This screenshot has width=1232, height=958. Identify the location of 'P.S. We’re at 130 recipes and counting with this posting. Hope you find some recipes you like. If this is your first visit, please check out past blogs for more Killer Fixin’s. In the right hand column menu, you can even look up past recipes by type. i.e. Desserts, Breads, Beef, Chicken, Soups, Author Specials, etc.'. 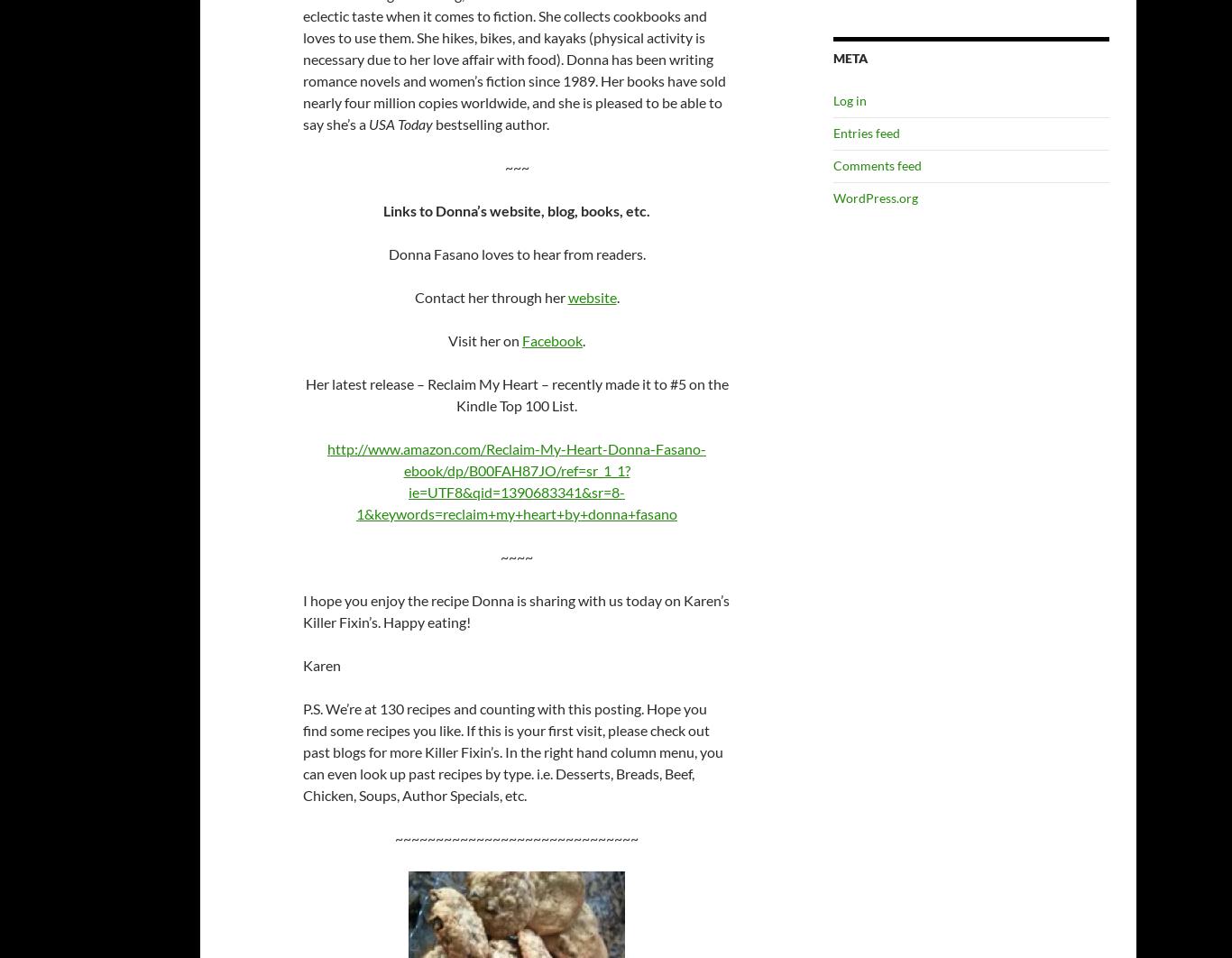
(512, 751).